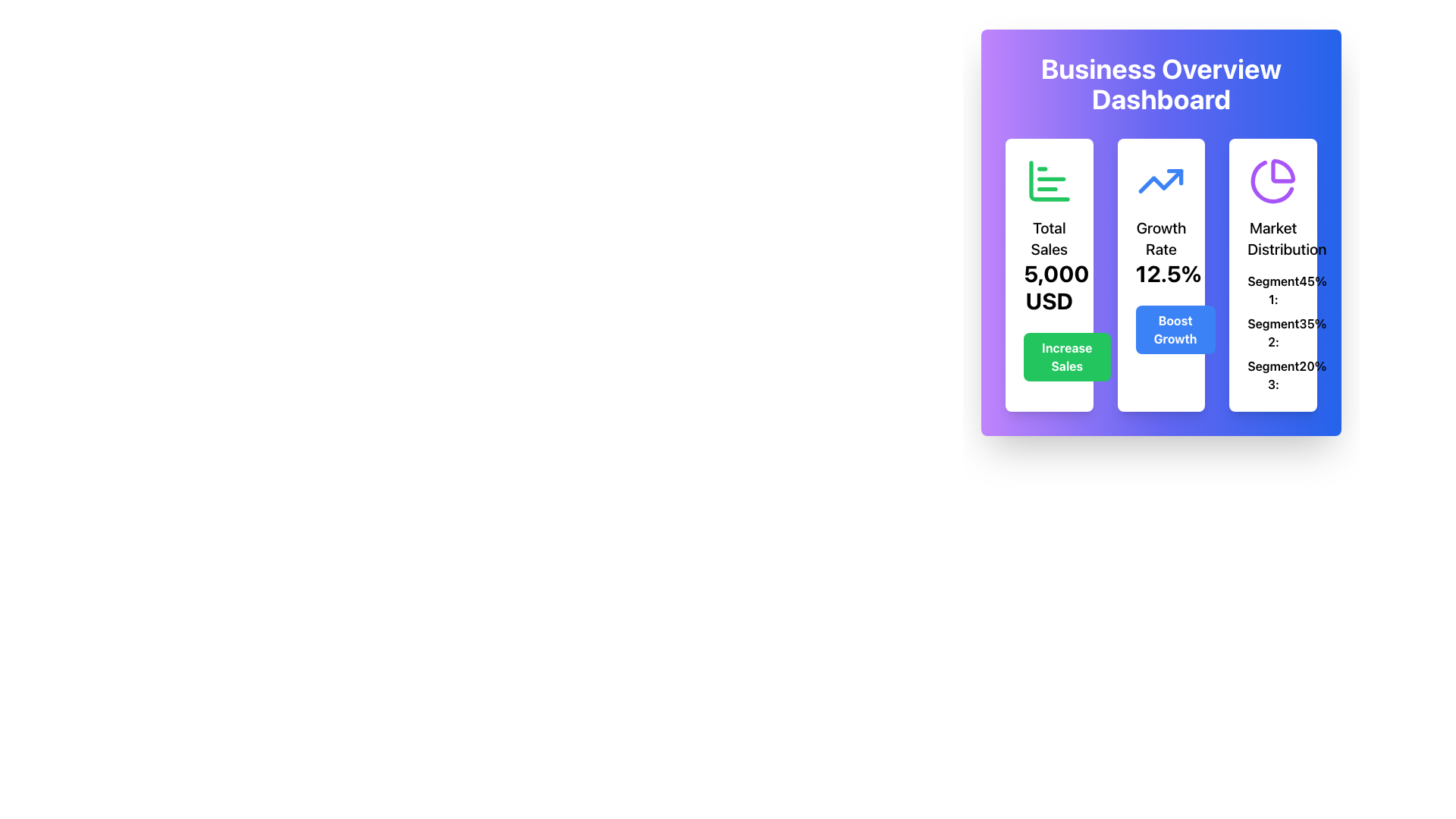 The width and height of the screenshot is (1456, 819). Describe the element at coordinates (1048, 180) in the screenshot. I see `the green bar chart icon located in the 'Total Sales' card section on the dashboard, positioned above the text 'Total Sales' and the button 'Increase Sales'` at that location.